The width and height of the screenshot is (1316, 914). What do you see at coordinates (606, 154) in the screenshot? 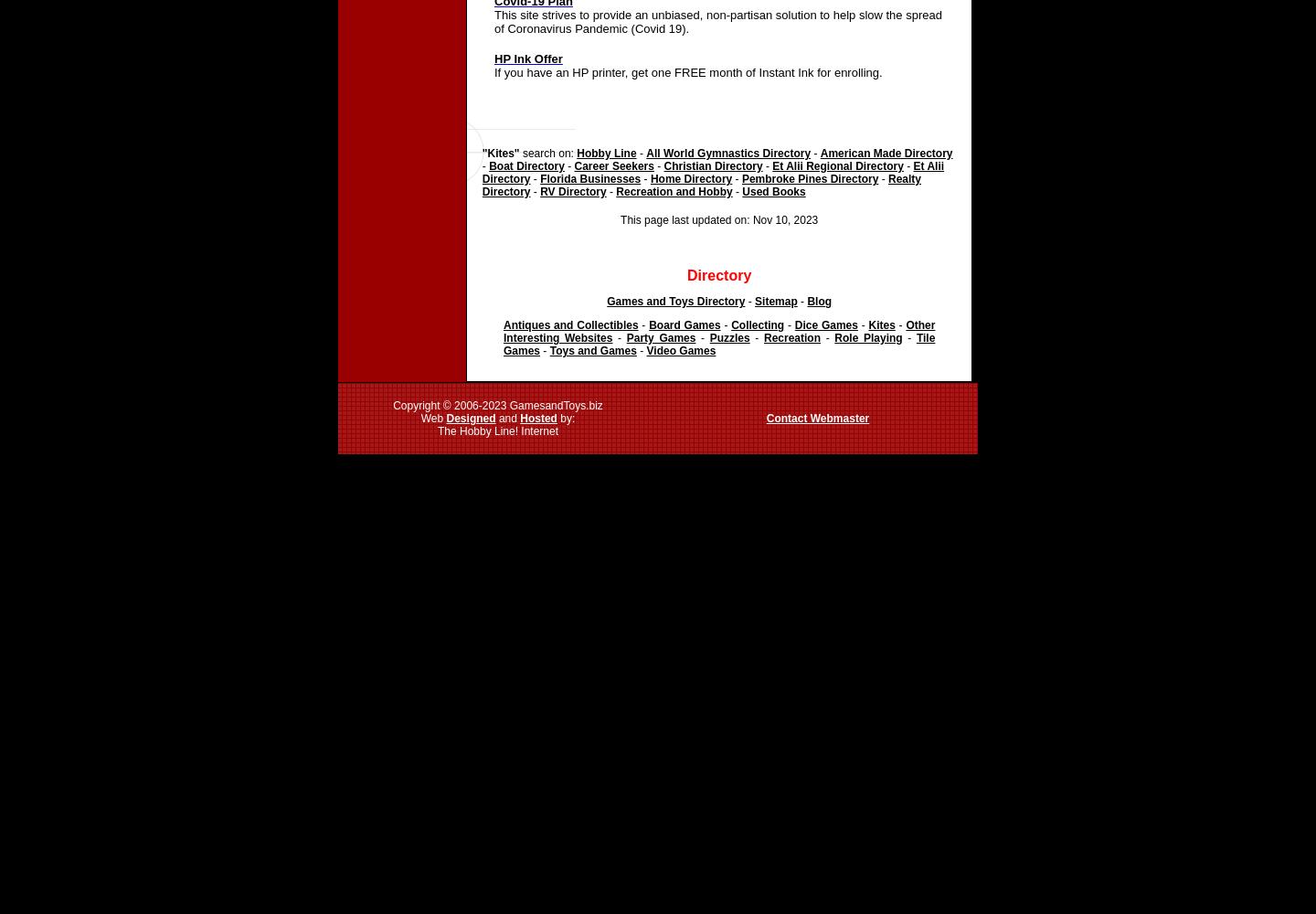
I see `'Hobby Line'` at bounding box center [606, 154].